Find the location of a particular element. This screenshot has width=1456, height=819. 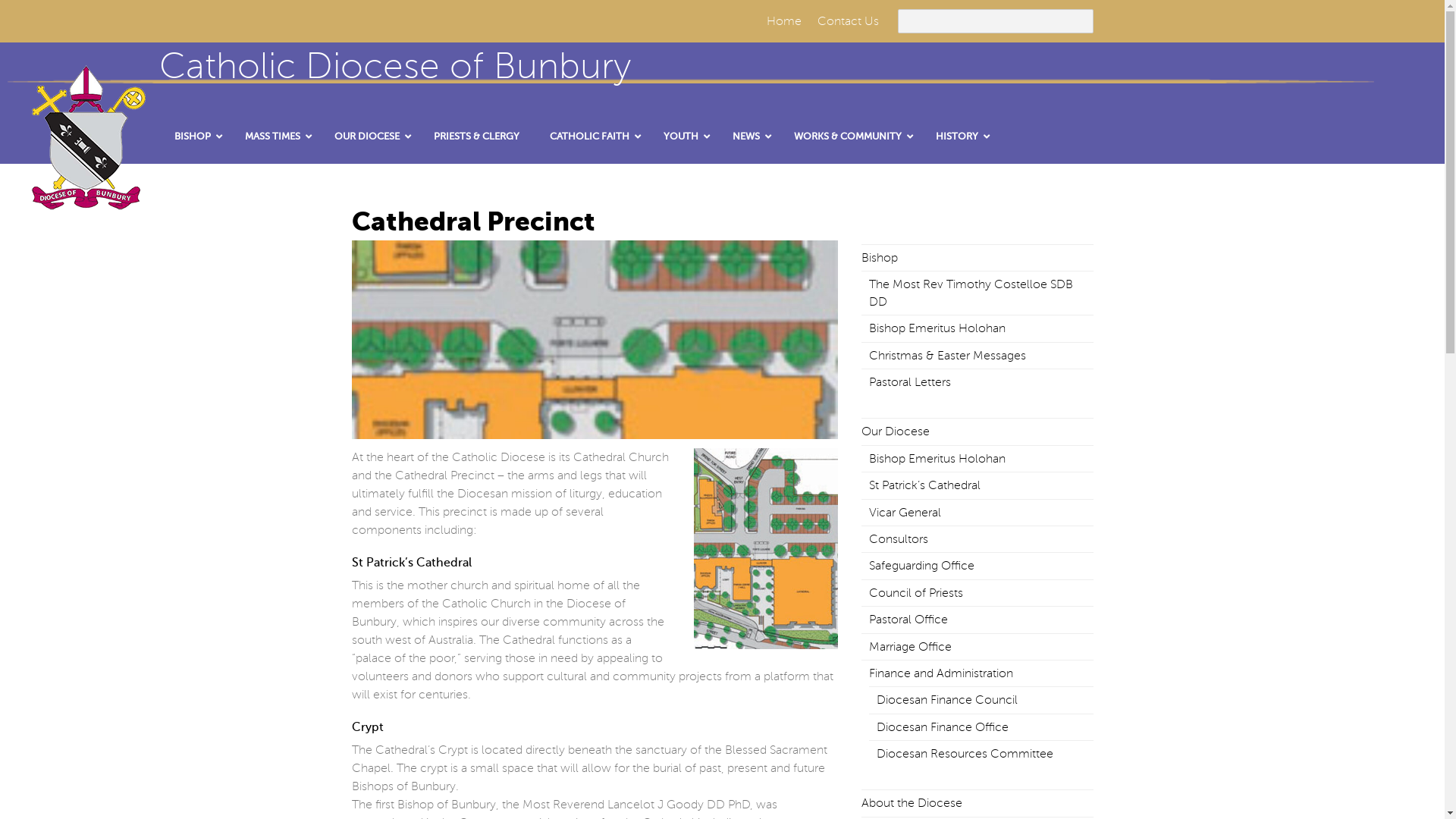

'About the Diocese' is located at coordinates (911, 802).